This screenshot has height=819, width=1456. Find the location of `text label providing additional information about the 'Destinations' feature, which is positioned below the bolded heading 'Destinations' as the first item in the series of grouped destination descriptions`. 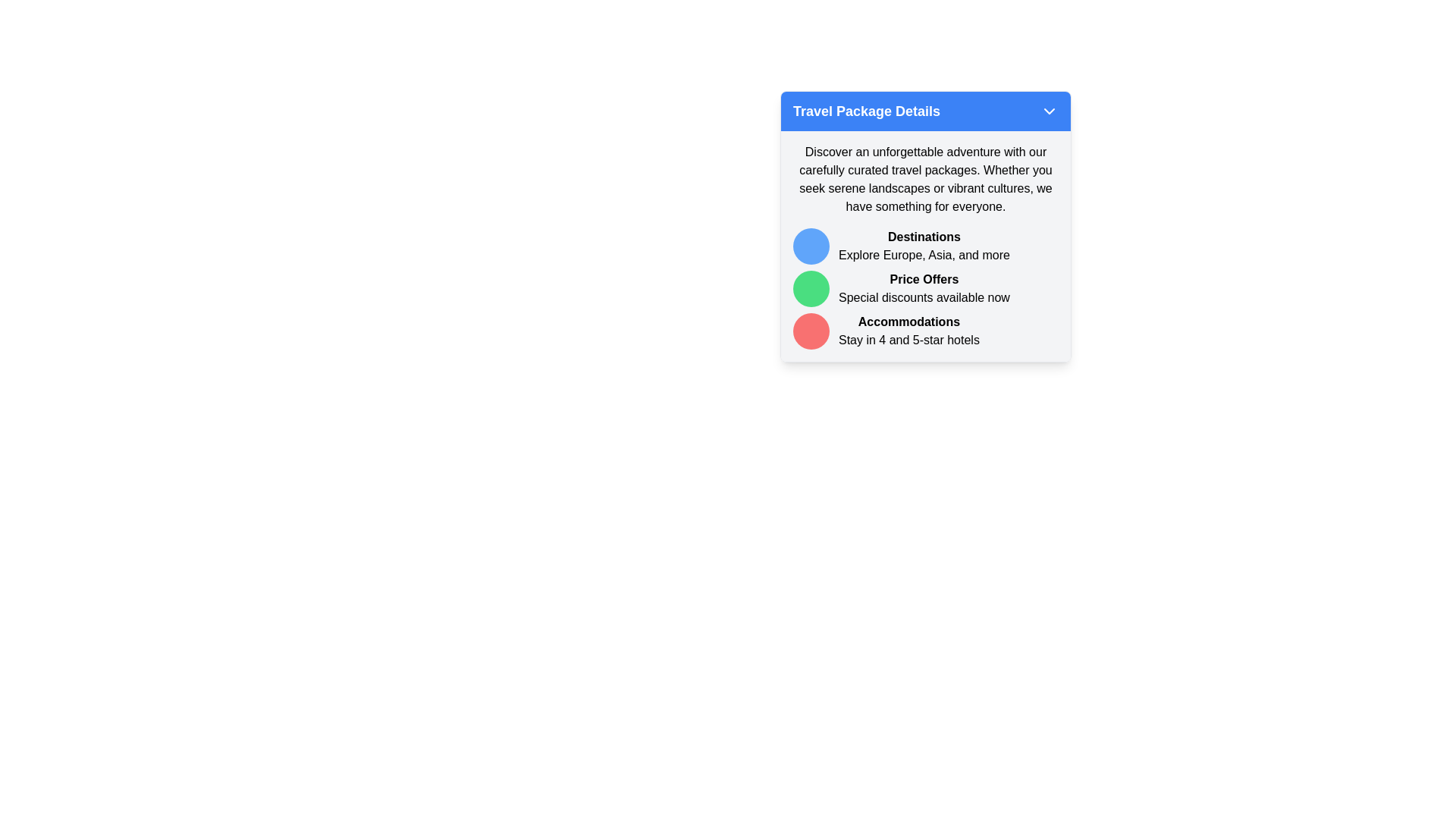

text label providing additional information about the 'Destinations' feature, which is positioned below the bolded heading 'Destinations' as the first item in the series of grouped destination descriptions is located at coordinates (924, 254).